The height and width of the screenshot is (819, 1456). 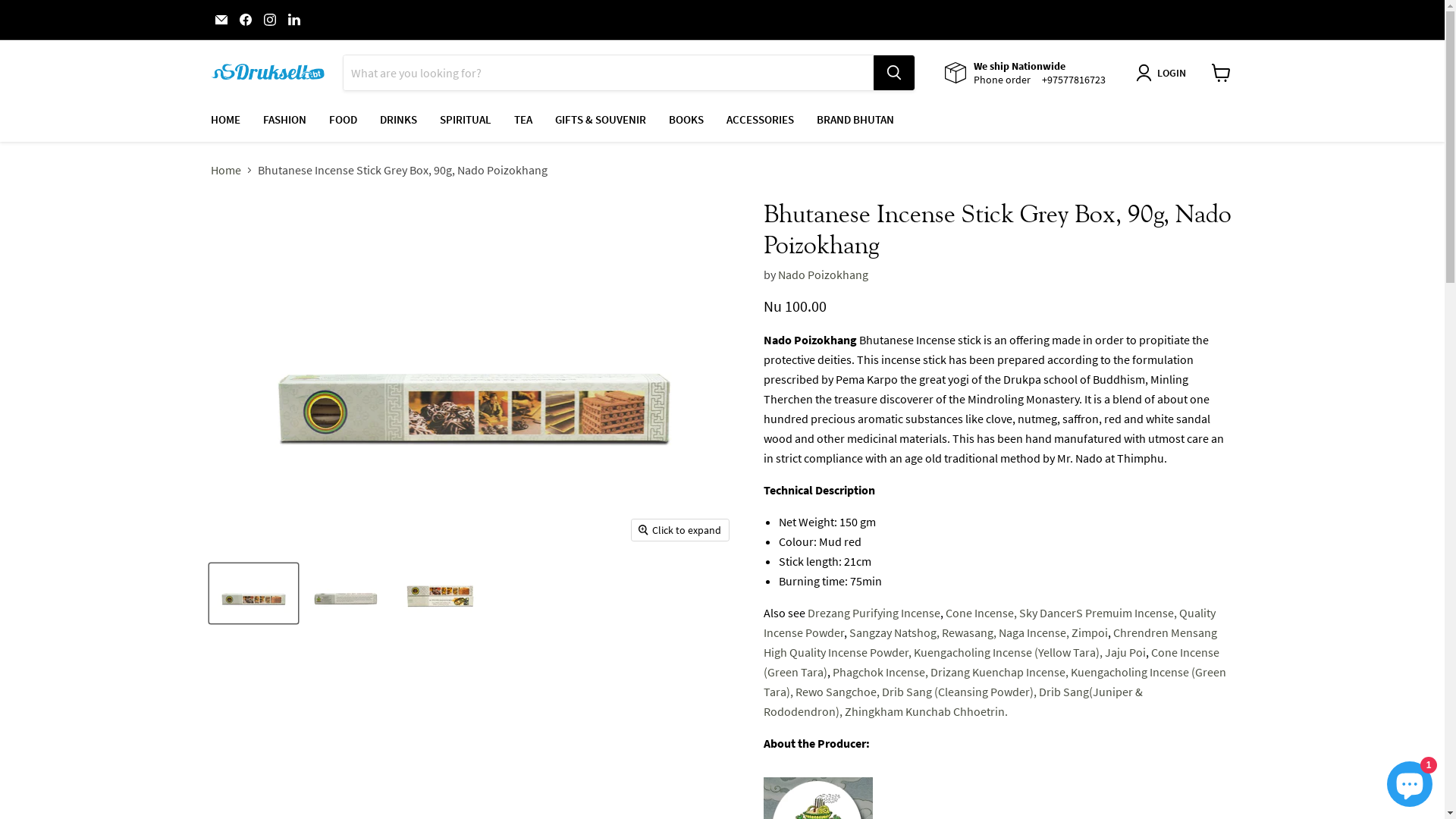 What do you see at coordinates (1221, 73) in the screenshot?
I see `'View cart'` at bounding box center [1221, 73].